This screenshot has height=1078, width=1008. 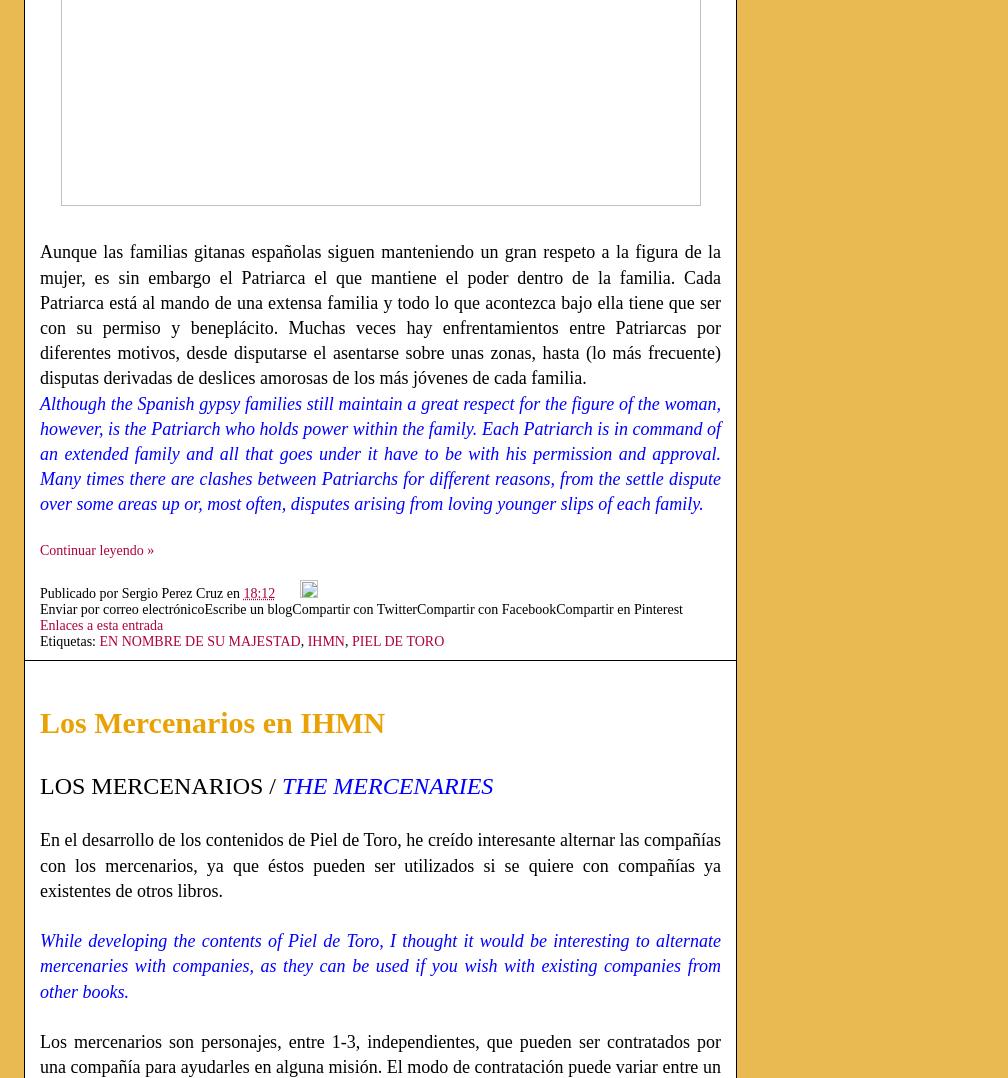 What do you see at coordinates (258, 592) in the screenshot?
I see `'18:12'` at bounding box center [258, 592].